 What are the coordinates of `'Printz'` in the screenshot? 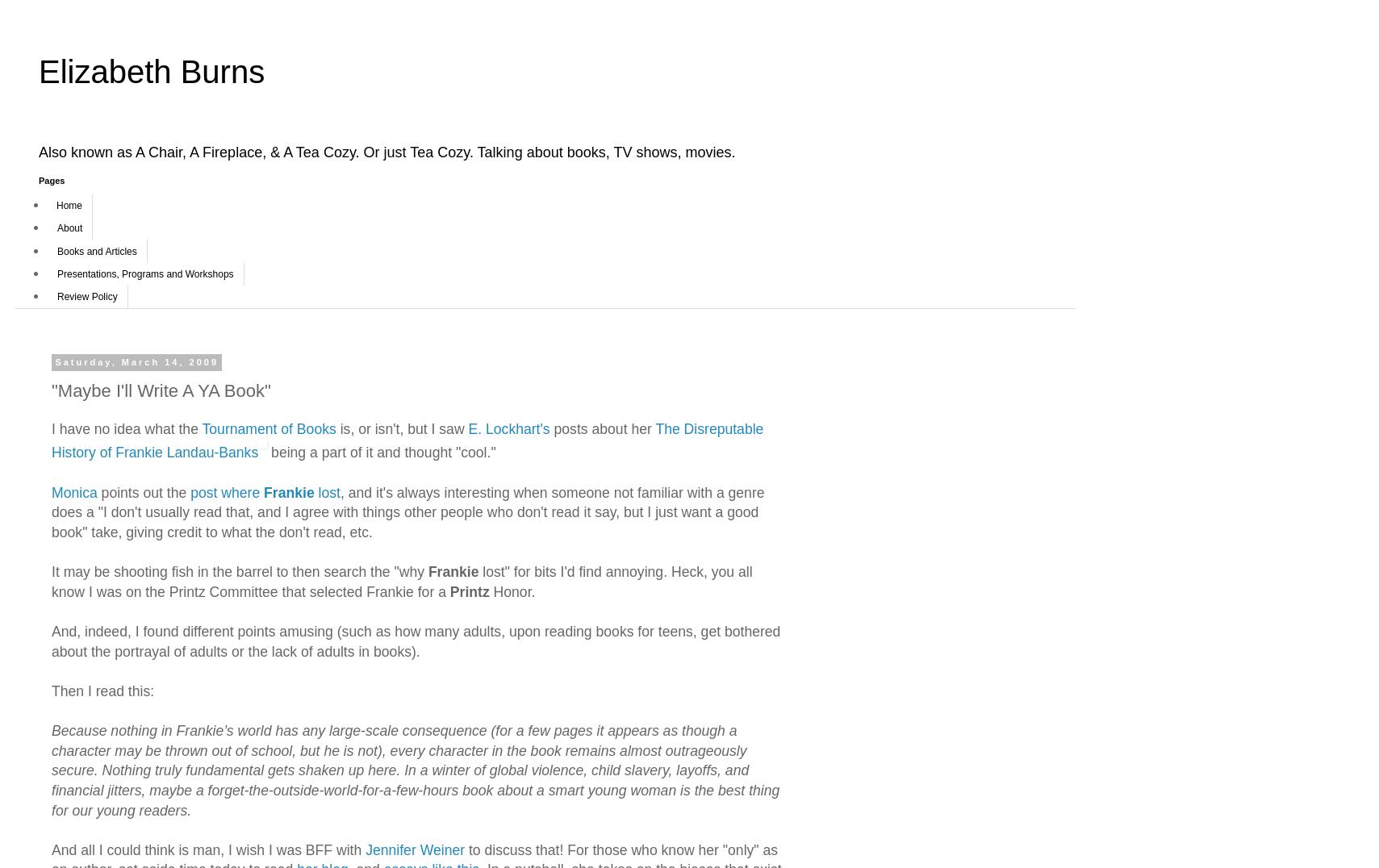 It's located at (468, 590).